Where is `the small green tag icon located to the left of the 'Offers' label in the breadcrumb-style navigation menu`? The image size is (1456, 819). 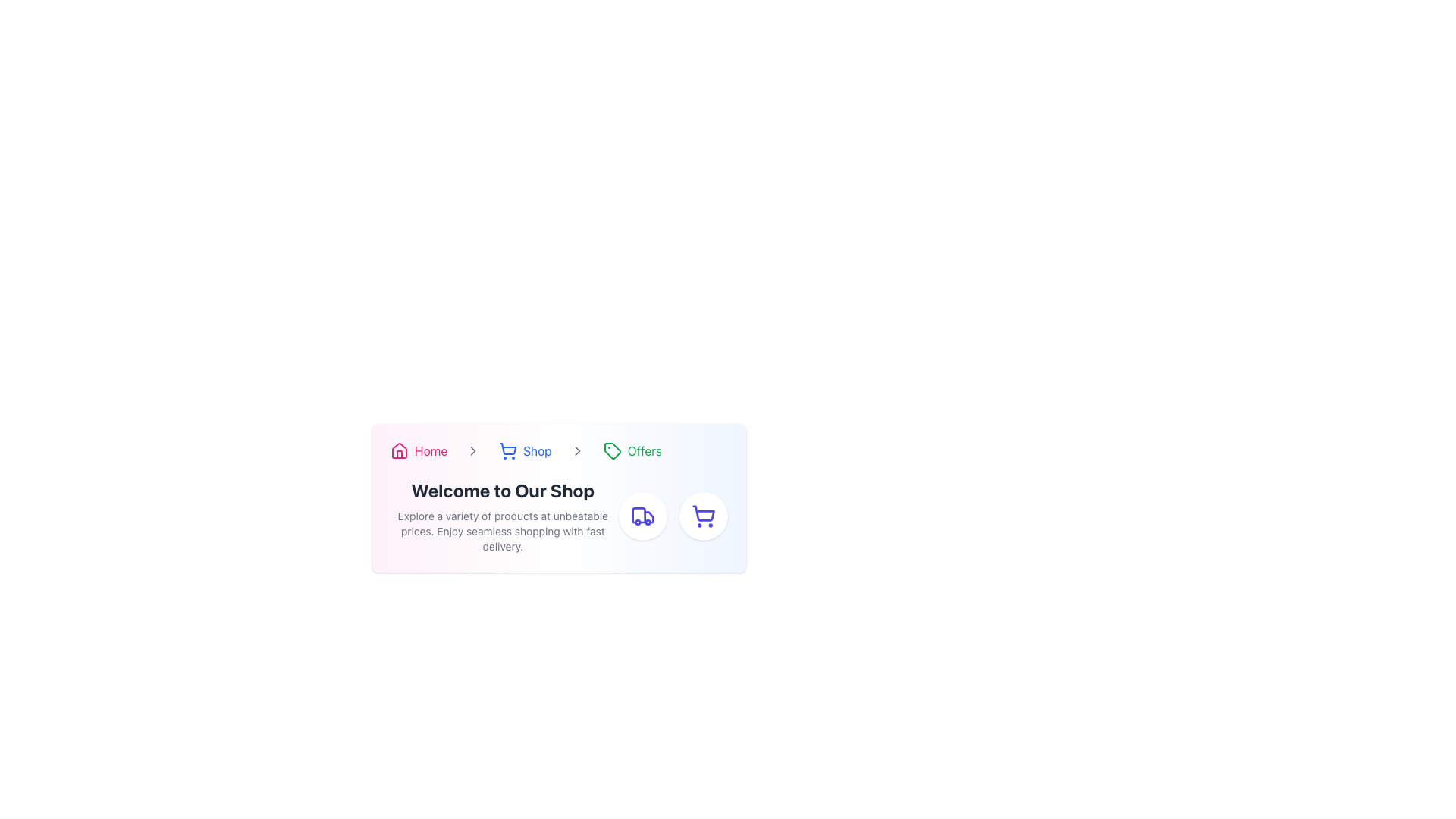
the small green tag icon located to the left of the 'Offers' label in the breadcrumb-style navigation menu is located at coordinates (612, 450).